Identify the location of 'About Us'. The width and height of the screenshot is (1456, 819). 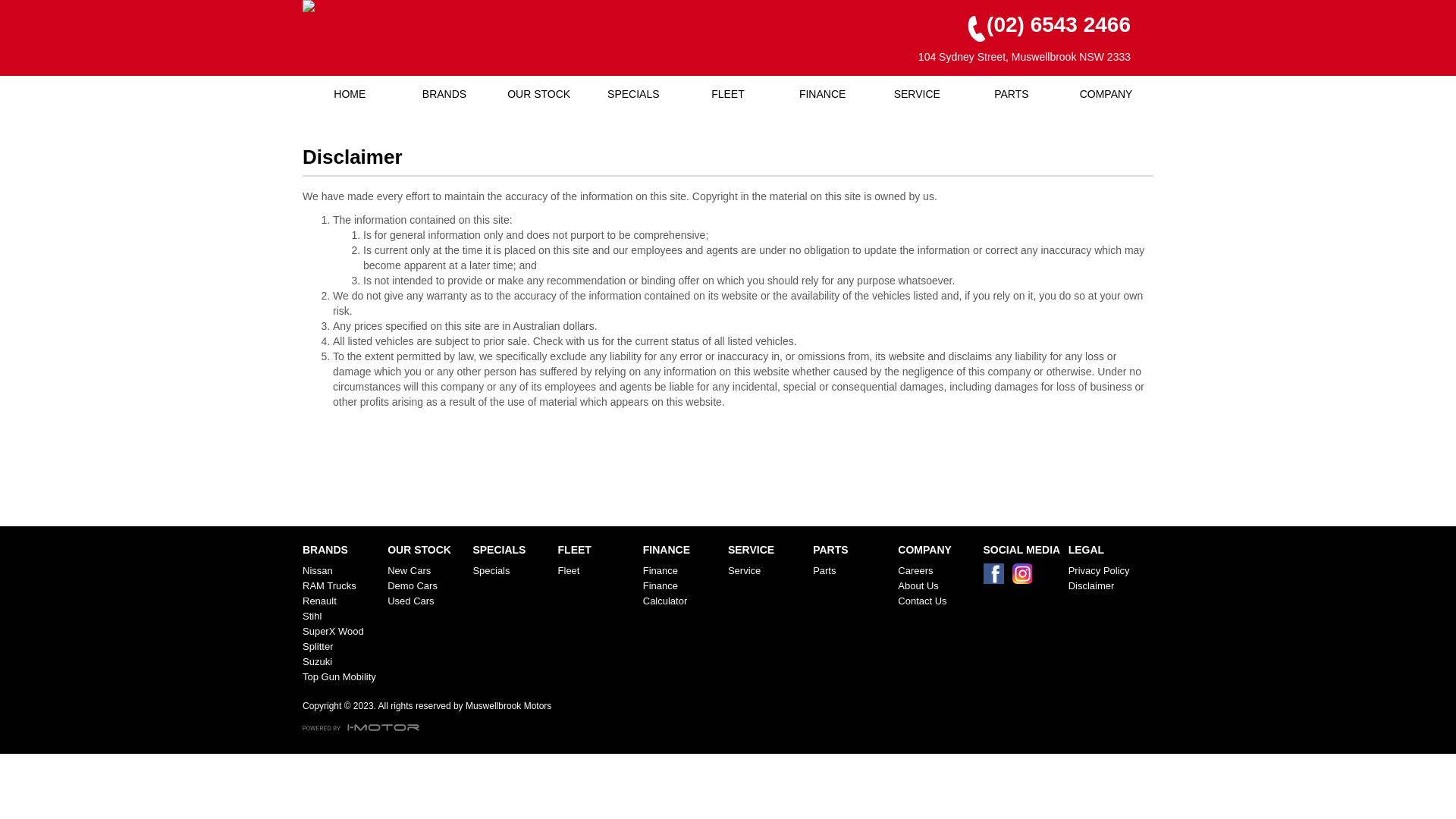
(937, 585).